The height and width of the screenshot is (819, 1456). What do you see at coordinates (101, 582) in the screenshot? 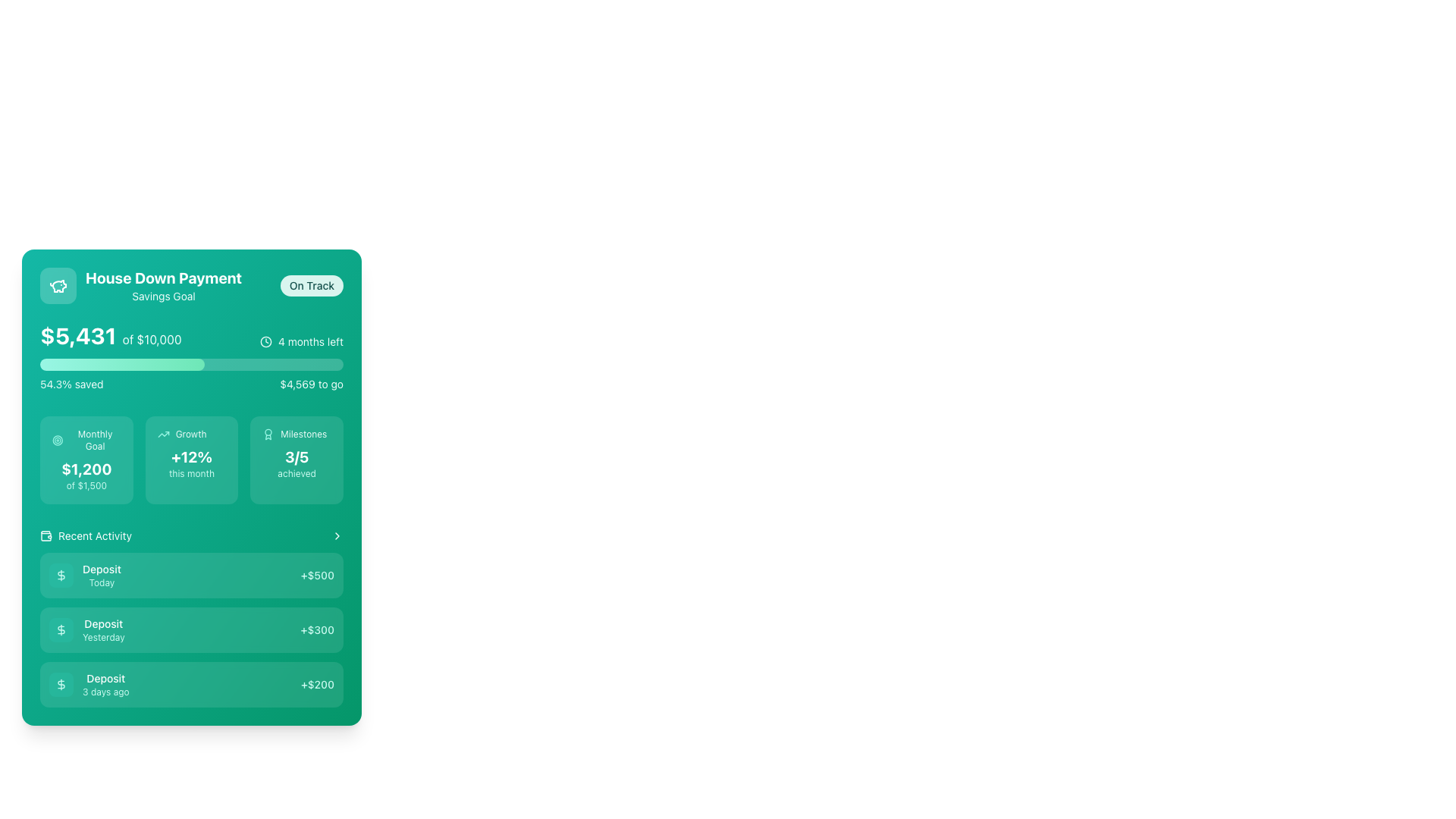
I see `text content of the 'Today' label associated with the 'Deposit' transaction in the 'Recent Activity' section` at bounding box center [101, 582].